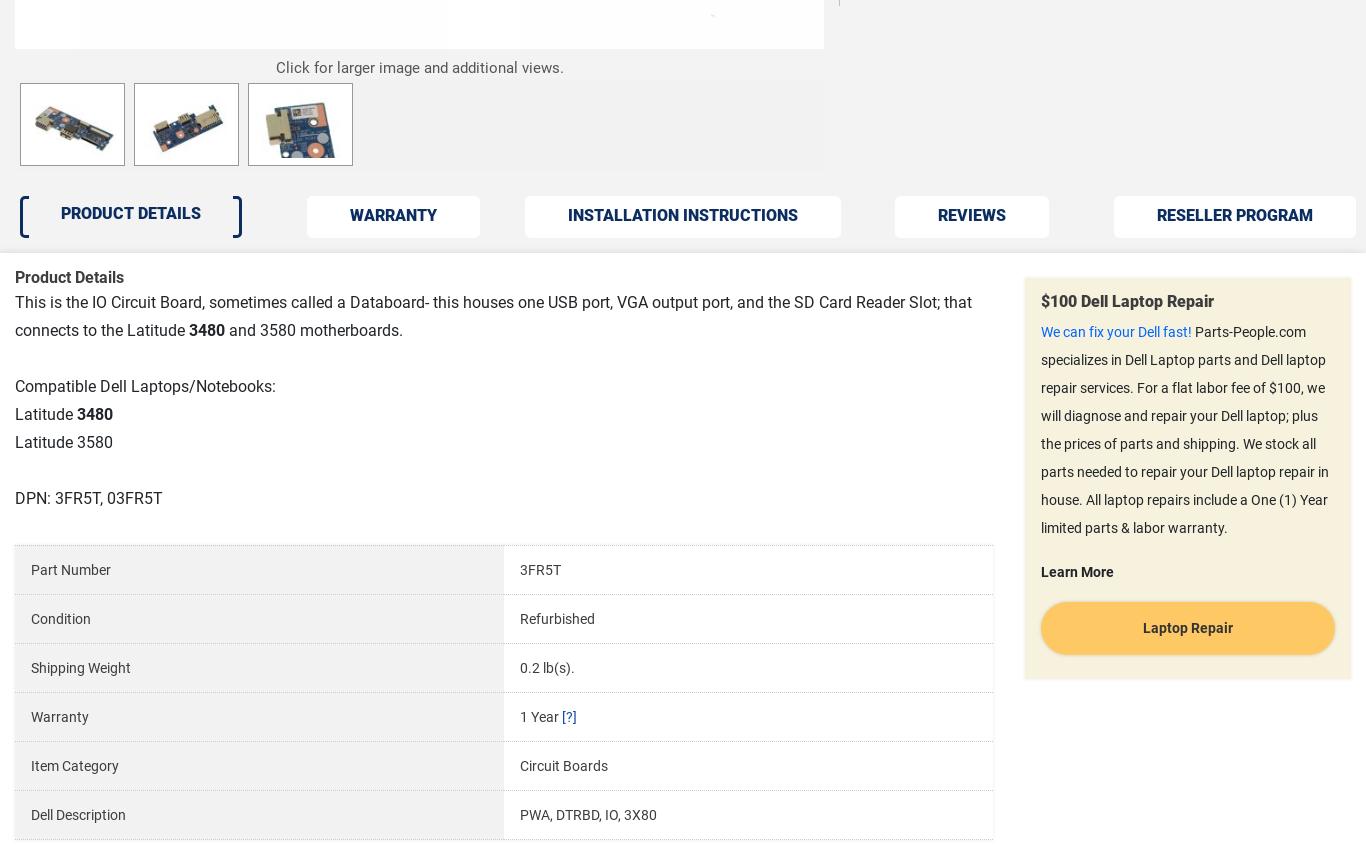 The height and width of the screenshot is (846, 1366). Describe the element at coordinates (306, 612) in the screenshot. I see `'© Copyright 2002 - 2023 Parts-People.com, Inc. 2929 Longhorn Blvd #101, Austin, Texas 78758 All rights reserved |'` at that location.